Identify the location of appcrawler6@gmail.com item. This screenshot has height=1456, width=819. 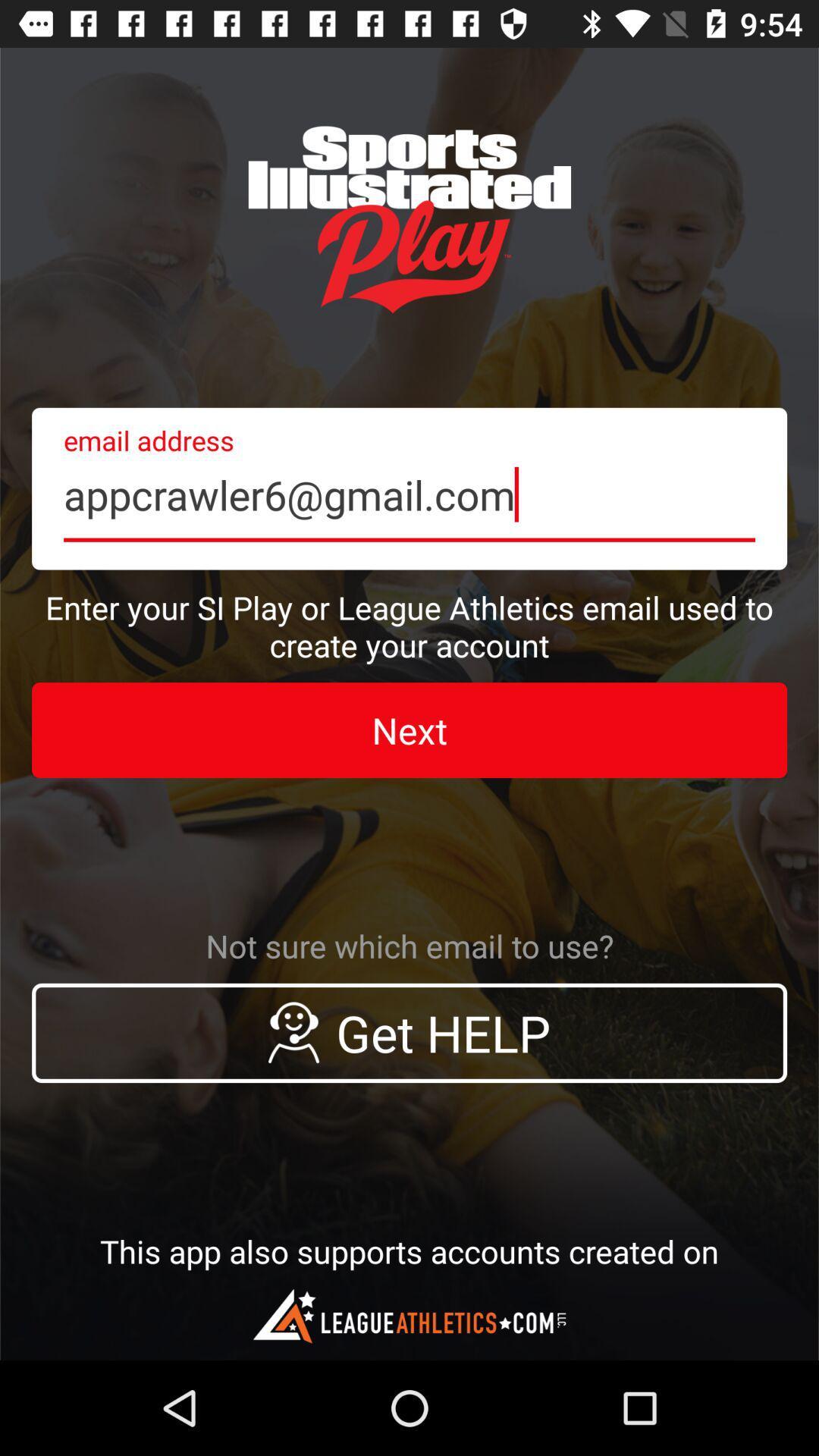
(409, 488).